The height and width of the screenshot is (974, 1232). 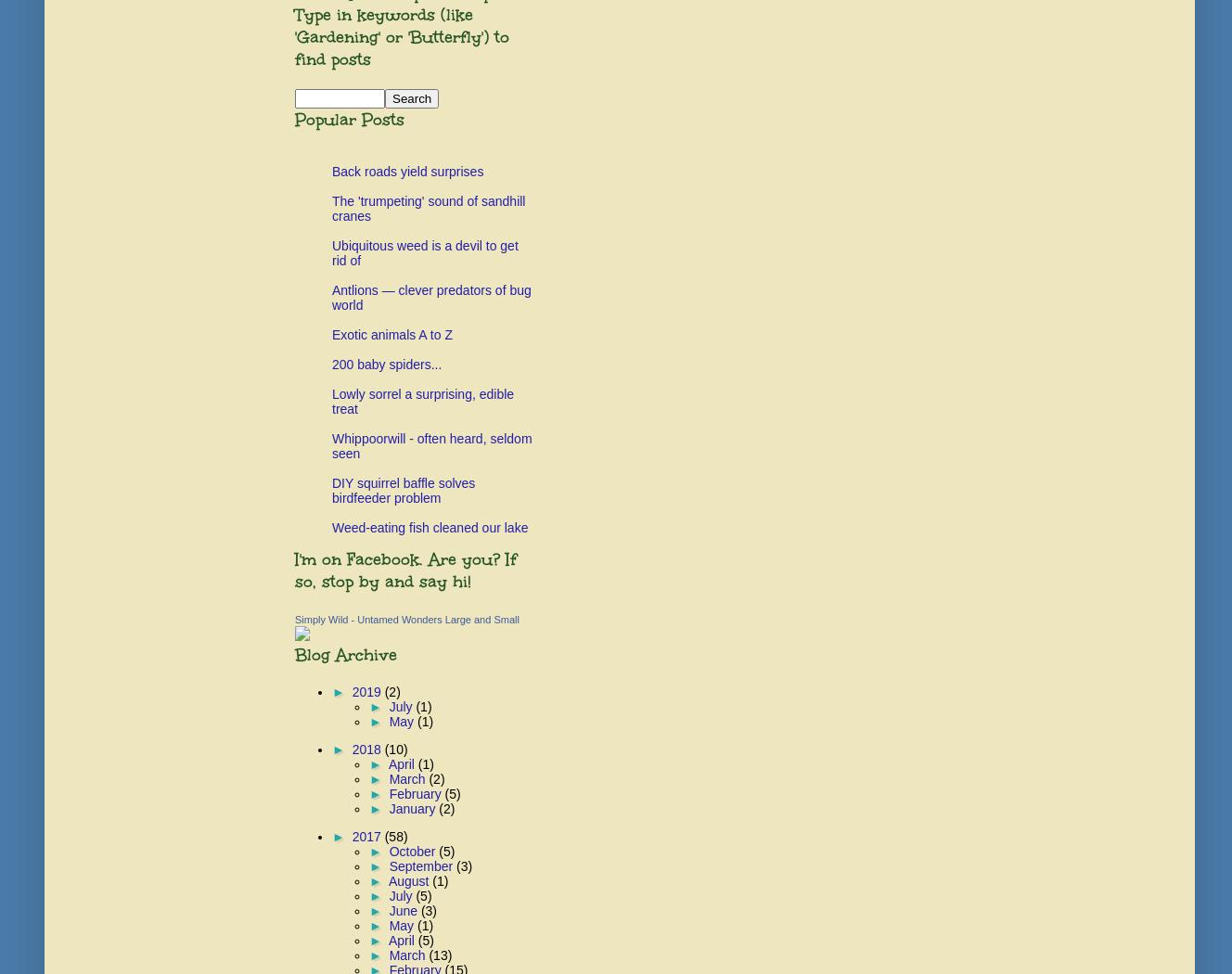 What do you see at coordinates (331, 446) in the screenshot?
I see `'Whippoorwill - often heard, seldom seen'` at bounding box center [331, 446].